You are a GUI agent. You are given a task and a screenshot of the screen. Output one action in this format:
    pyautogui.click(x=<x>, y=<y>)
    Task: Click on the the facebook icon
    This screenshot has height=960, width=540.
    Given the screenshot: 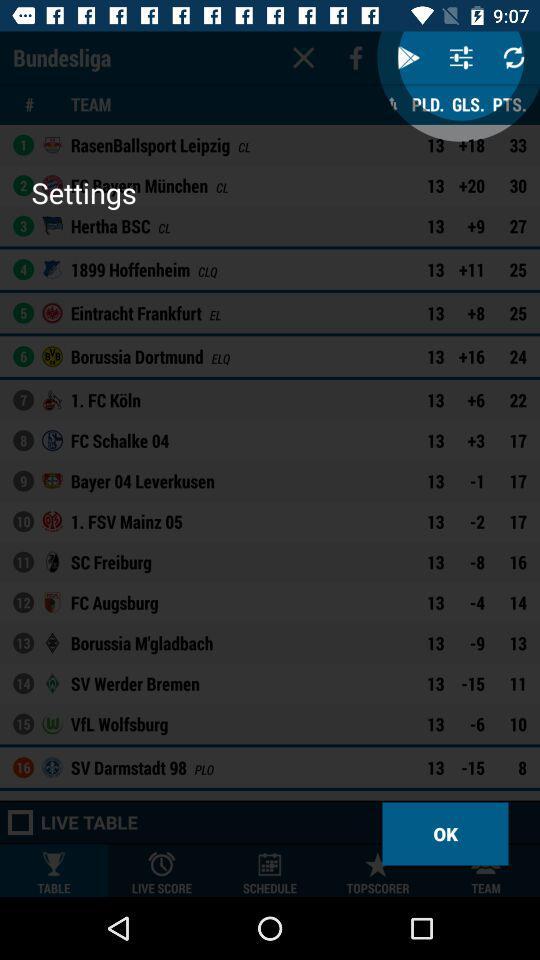 What is the action you would take?
    pyautogui.click(x=355, y=56)
    